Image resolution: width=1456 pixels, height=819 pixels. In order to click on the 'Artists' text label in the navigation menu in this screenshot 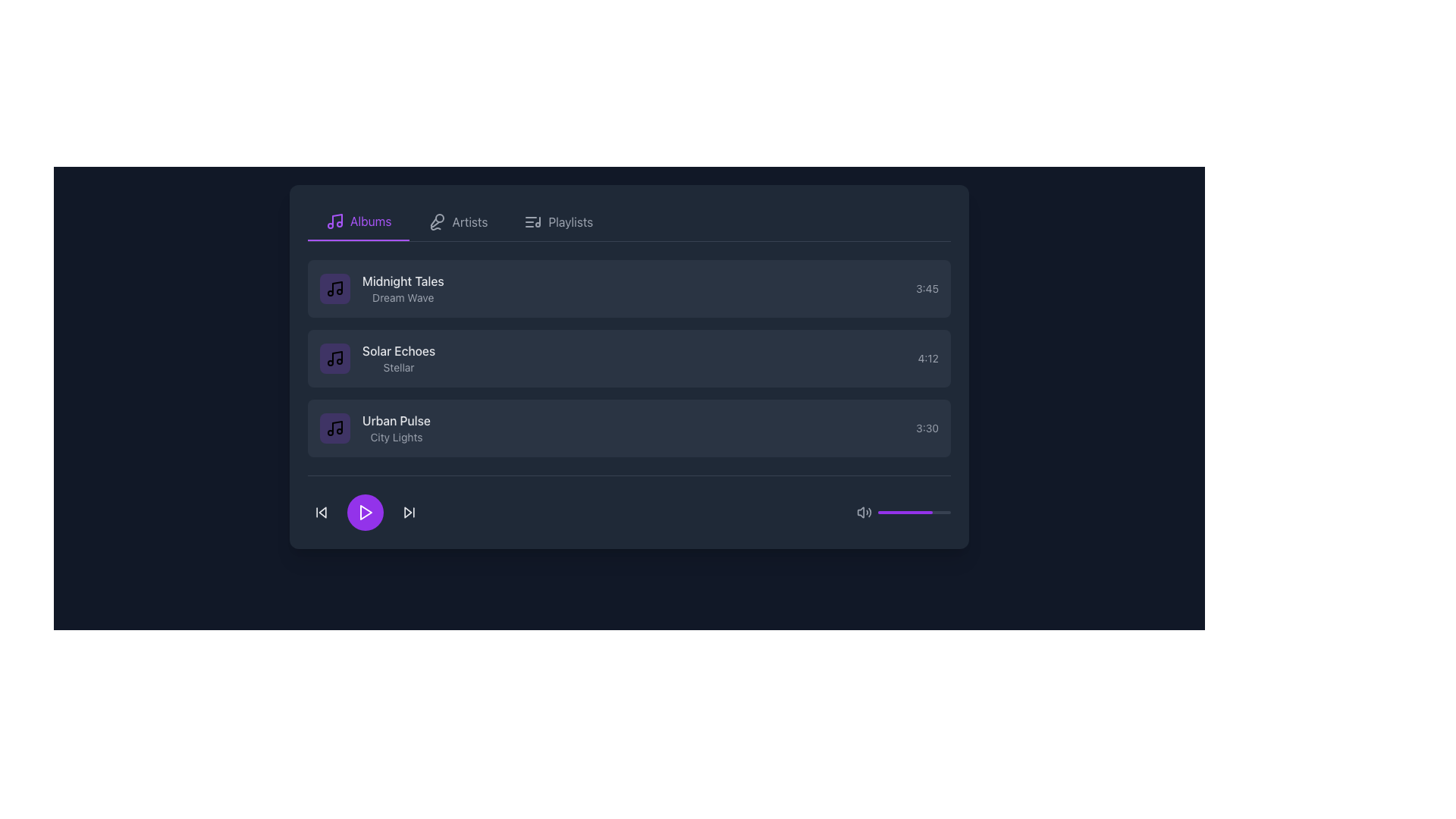, I will do `click(469, 222)`.